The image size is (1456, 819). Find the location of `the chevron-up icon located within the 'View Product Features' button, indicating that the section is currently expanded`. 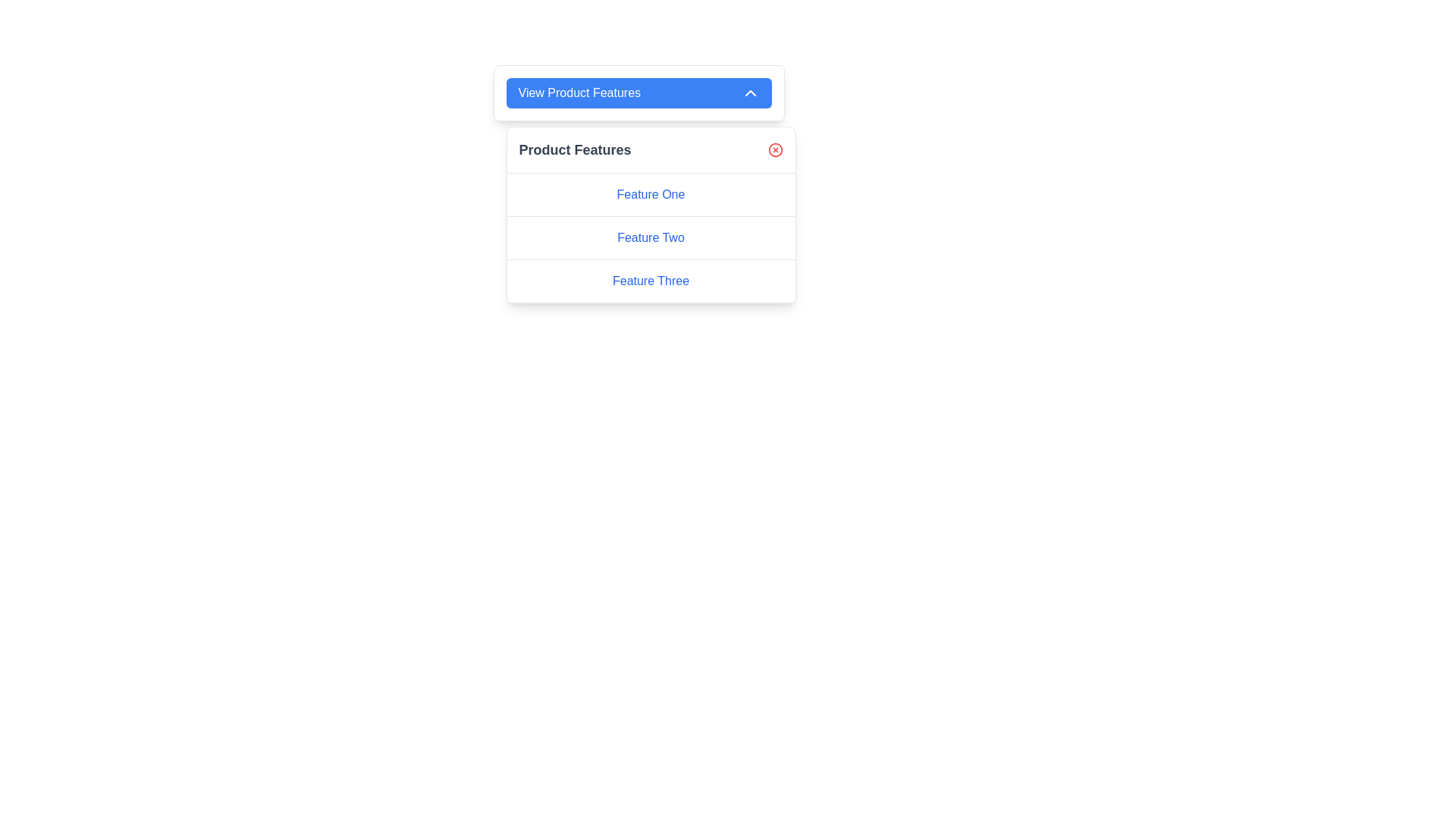

the chevron-up icon located within the 'View Product Features' button, indicating that the section is currently expanded is located at coordinates (750, 93).